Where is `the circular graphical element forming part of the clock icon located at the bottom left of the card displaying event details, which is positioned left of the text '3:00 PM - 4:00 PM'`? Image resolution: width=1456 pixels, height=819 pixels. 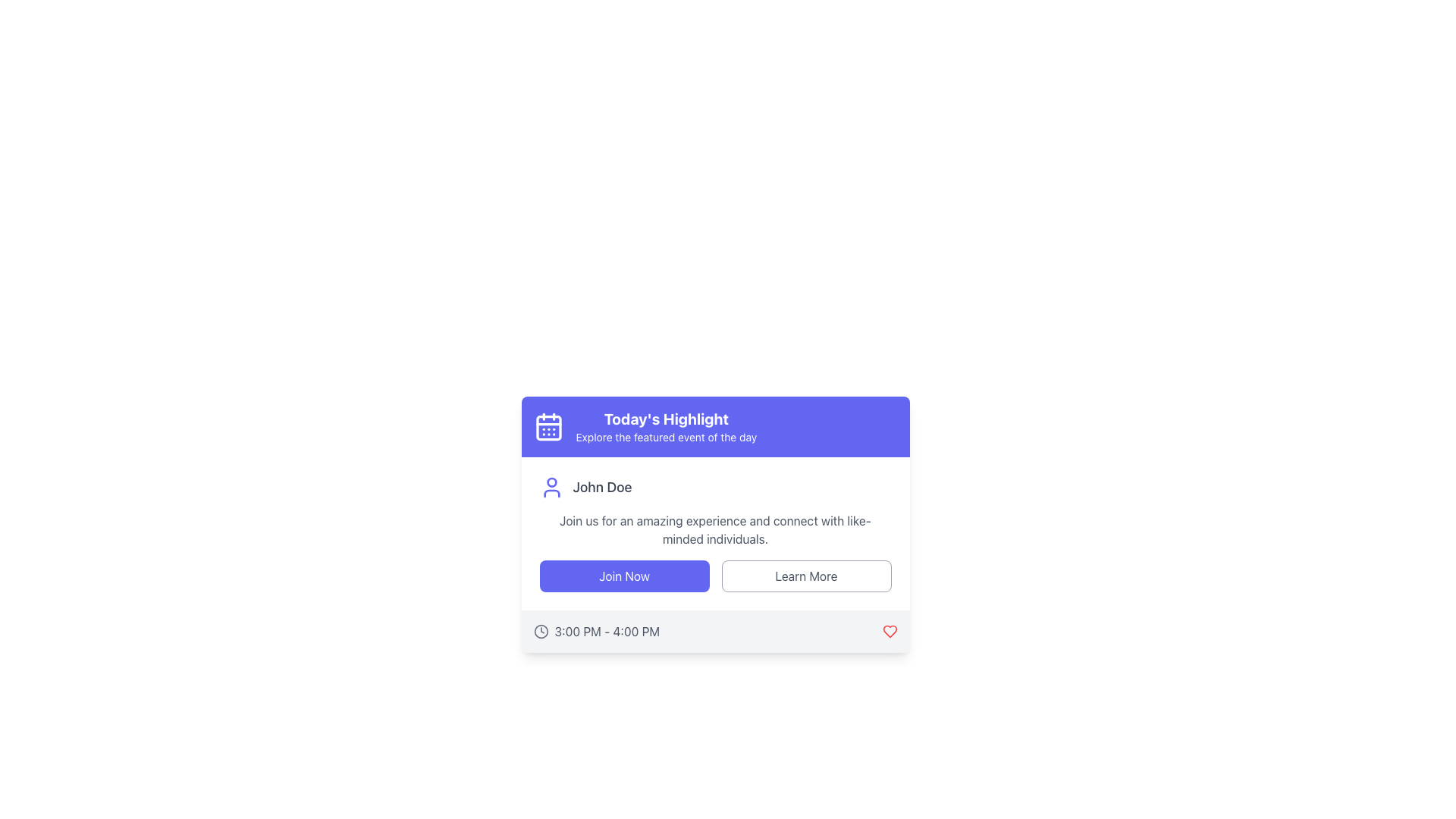
the circular graphical element forming part of the clock icon located at the bottom left of the card displaying event details, which is positioned left of the text '3:00 PM - 4:00 PM' is located at coordinates (541, 632).